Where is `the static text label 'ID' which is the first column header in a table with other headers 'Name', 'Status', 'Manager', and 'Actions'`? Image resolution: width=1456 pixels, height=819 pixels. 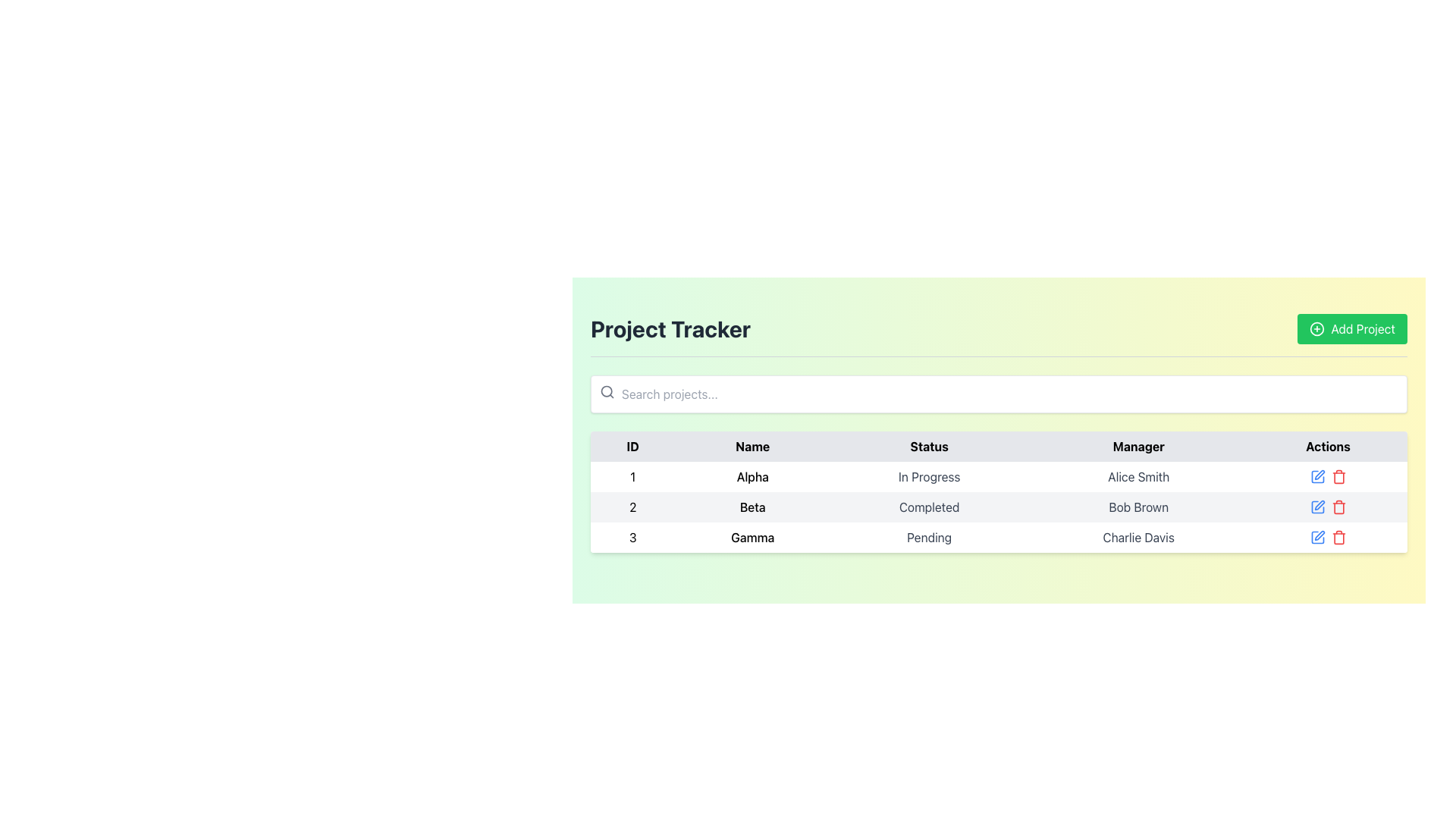
the static text label 'ID' which is the first column header in a table with other headers 'Name', 'Status', 'Manager', and 'Actions' is located at coordinates (632, 446).